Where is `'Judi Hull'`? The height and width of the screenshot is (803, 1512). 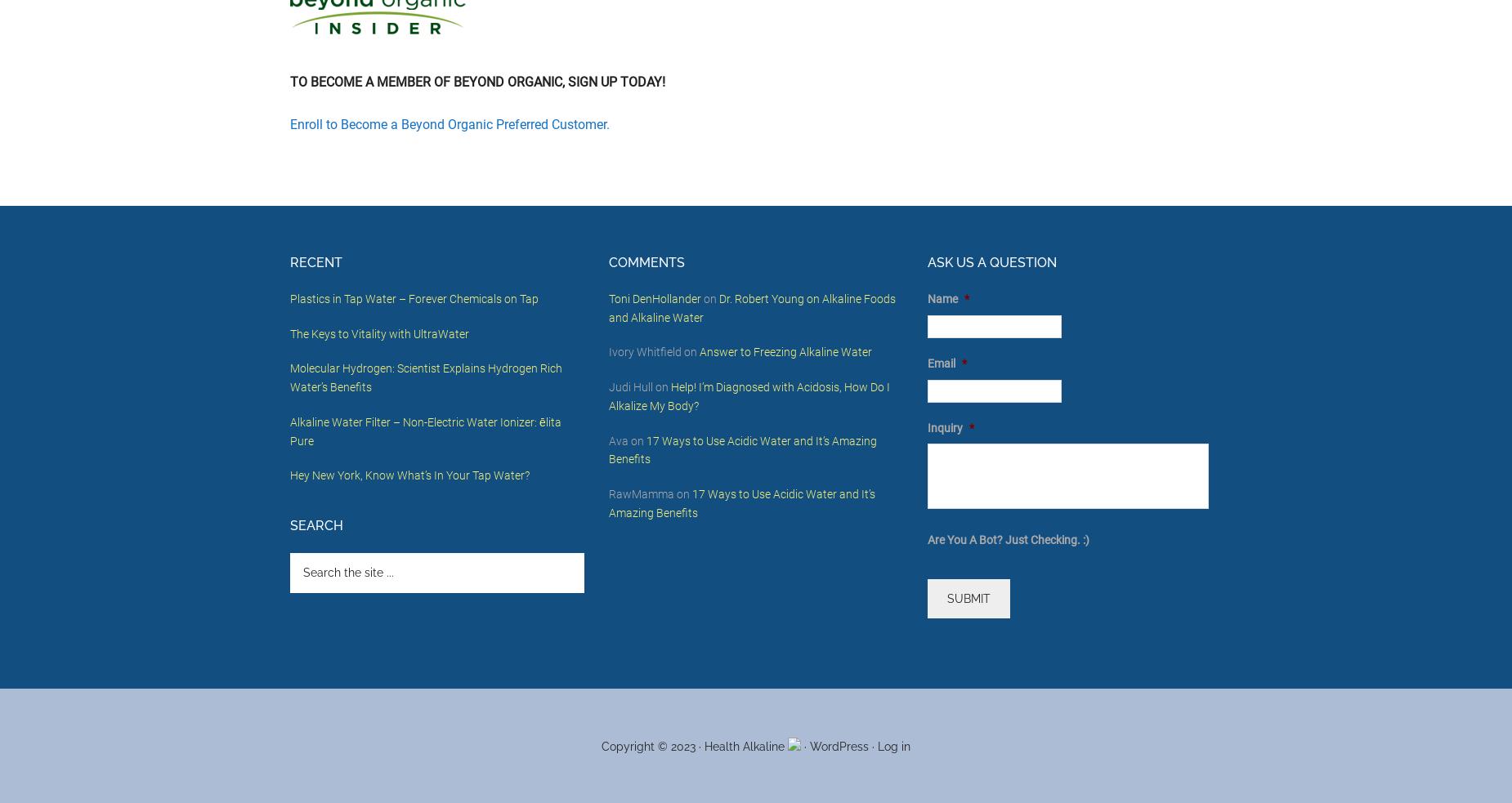
'Judi Hull' is located at coordinates (631, 386).